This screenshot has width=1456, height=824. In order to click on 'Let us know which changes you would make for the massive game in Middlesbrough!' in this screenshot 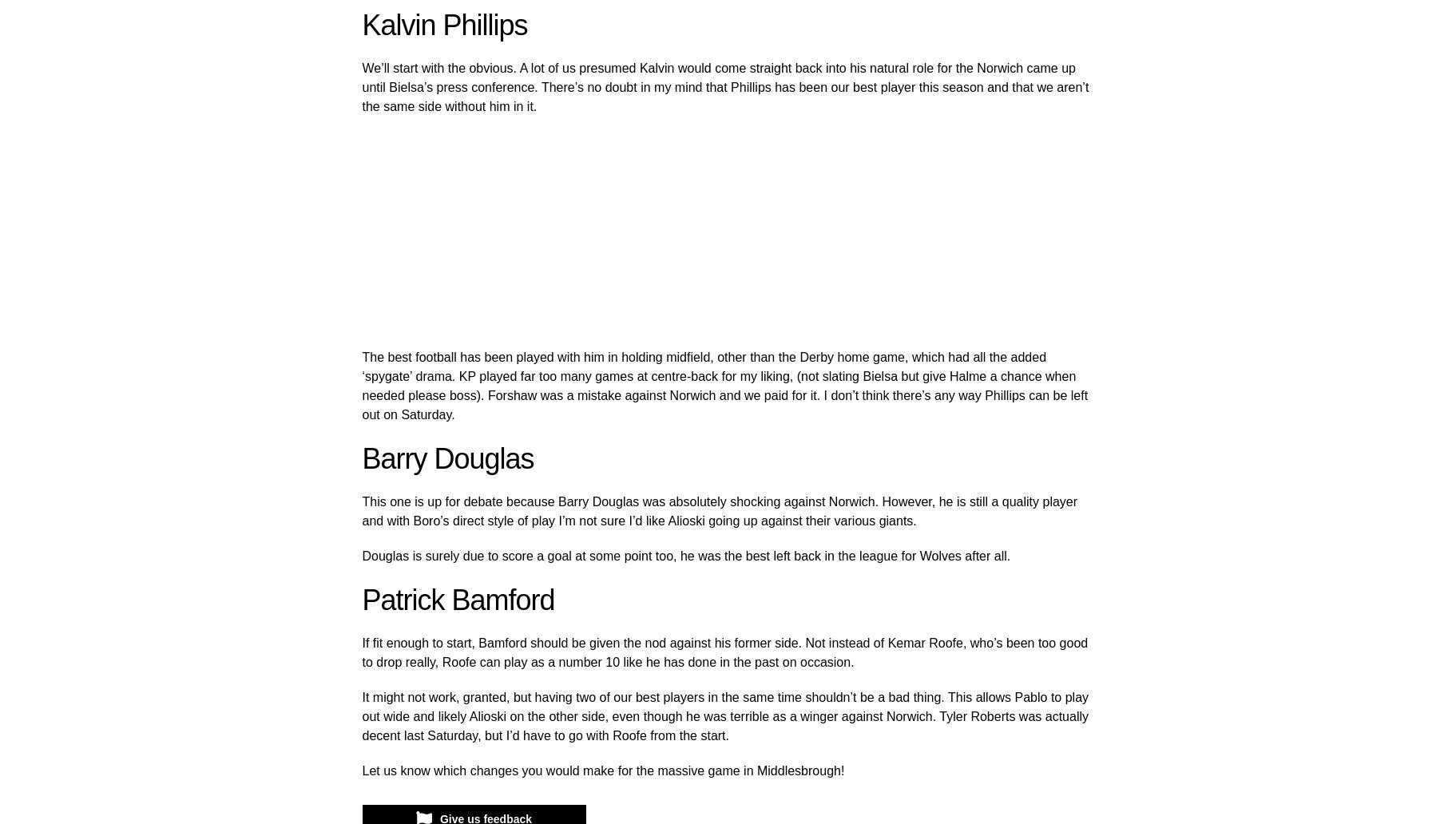, I will do `click(602, 770)`.